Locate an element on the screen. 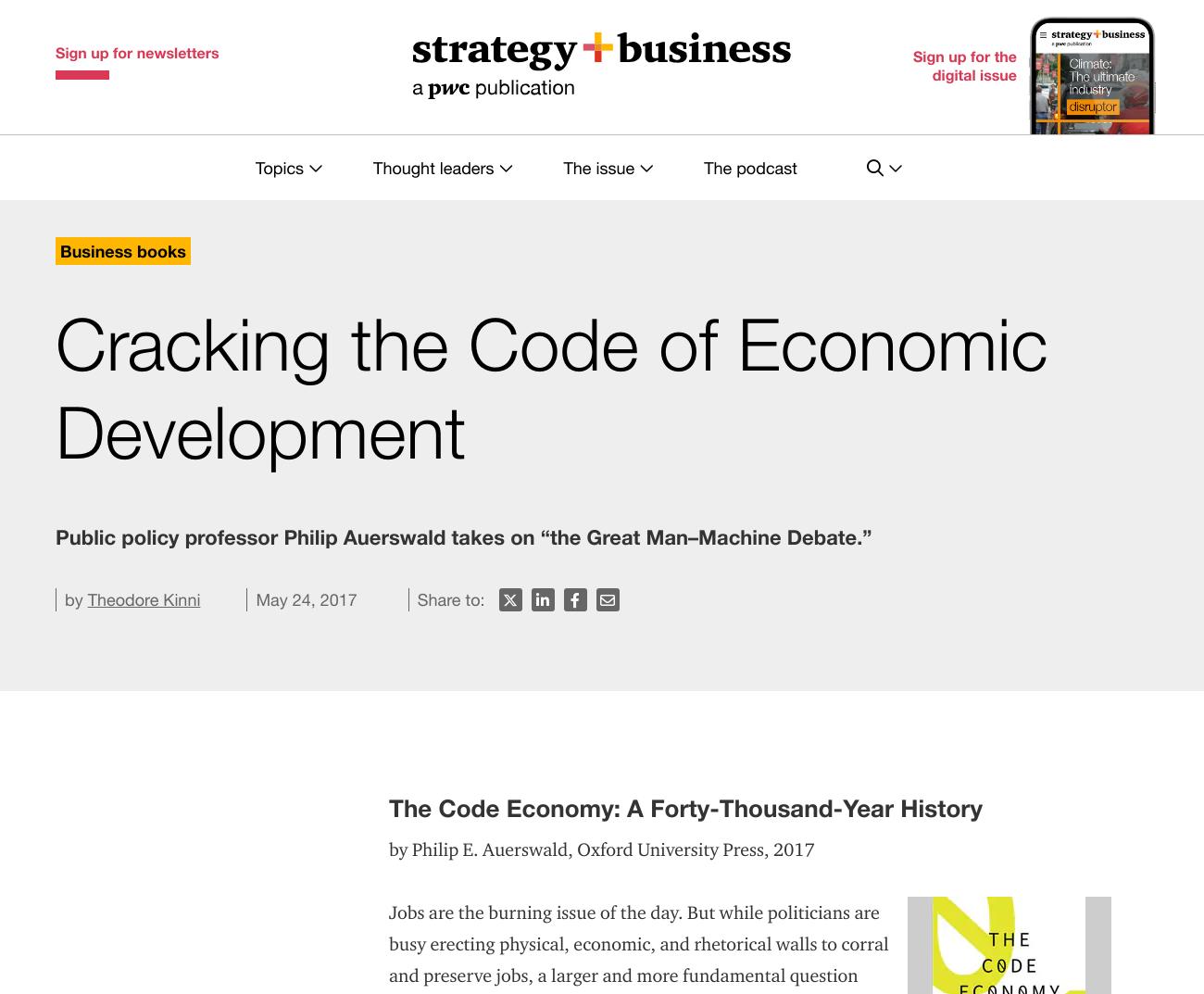 This screenshot has height=994, width=1204. '+' is located at coordinates (58, 892).